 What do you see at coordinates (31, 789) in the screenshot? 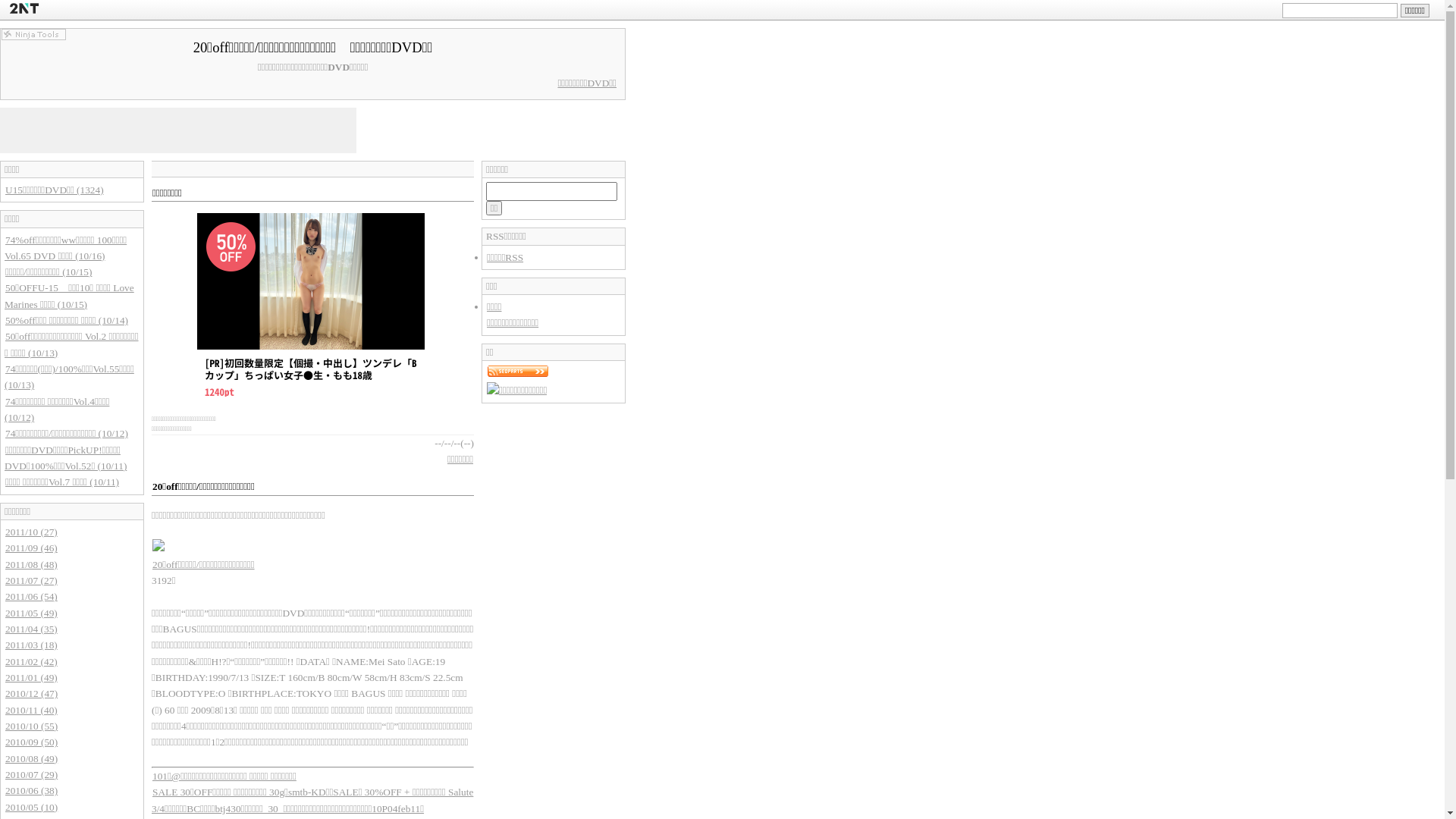
I see `'2010/06 (38)'` at bounding box center [31, 789].